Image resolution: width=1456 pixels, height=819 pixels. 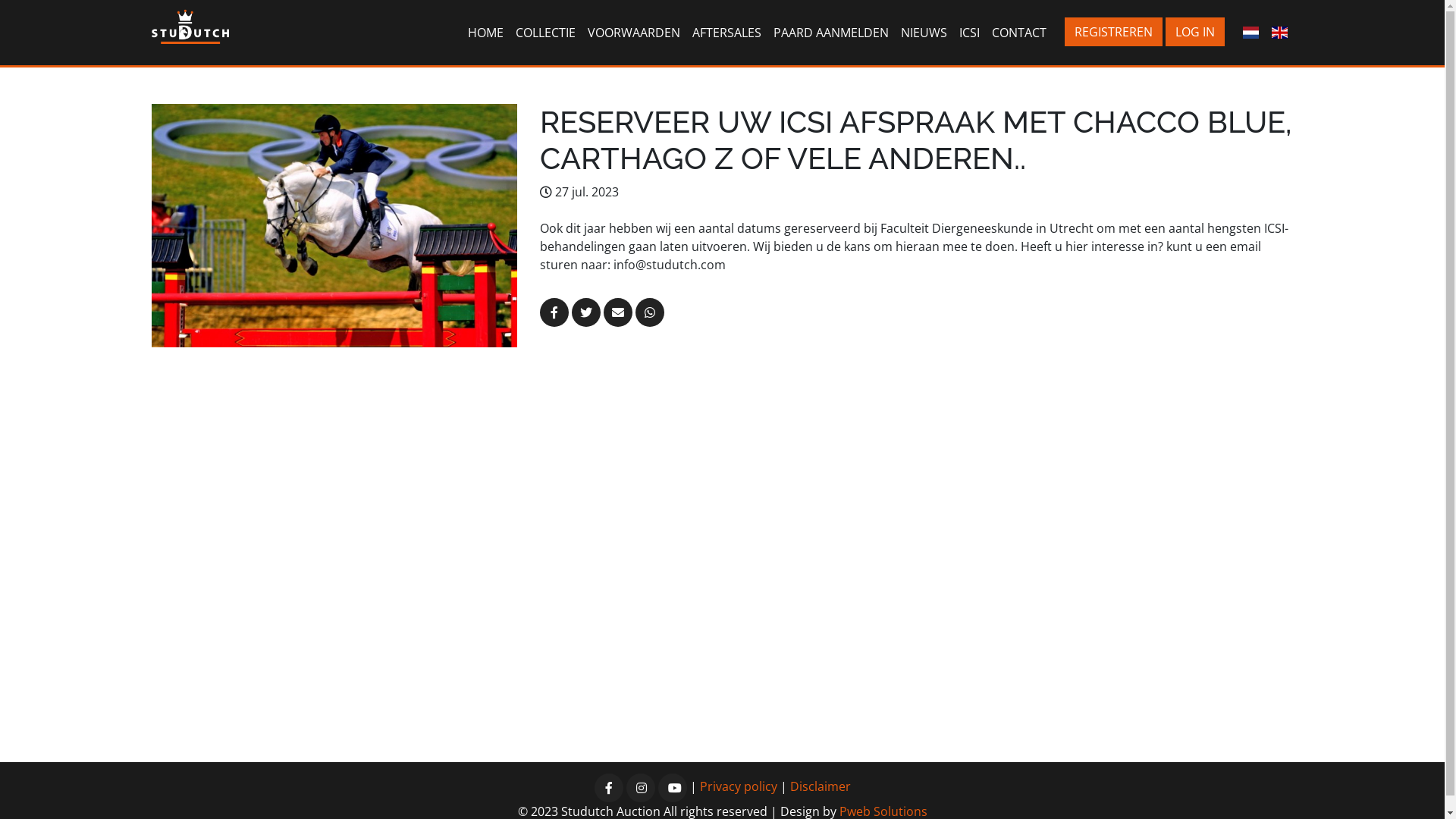 I want to click on 'Disclaimer', so click(x=819, y=786).